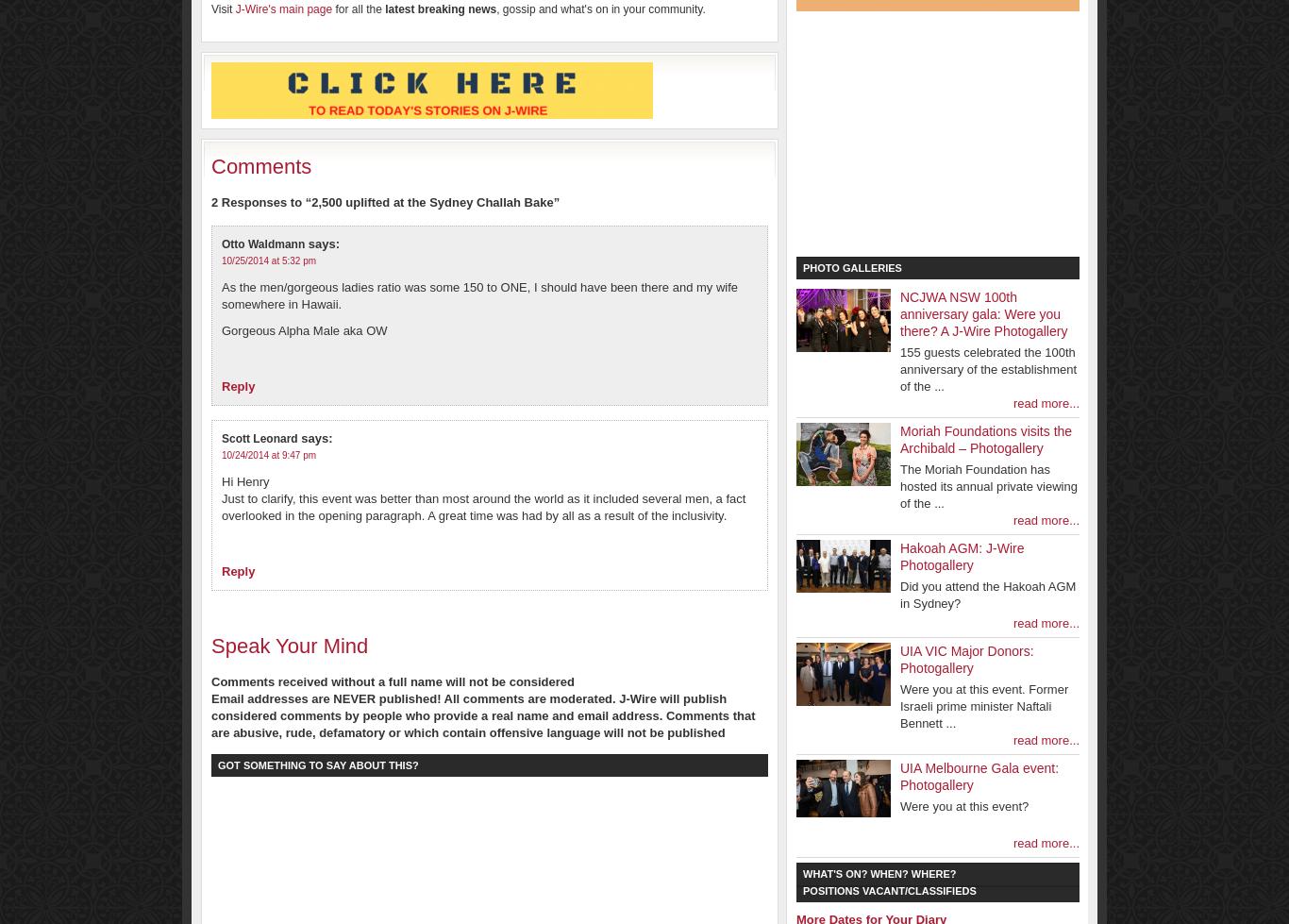 The width and height of the screenshot is (1289, 924). I want to click on 'Gorgeous Alpha Male aka OW', so click(304, 329).